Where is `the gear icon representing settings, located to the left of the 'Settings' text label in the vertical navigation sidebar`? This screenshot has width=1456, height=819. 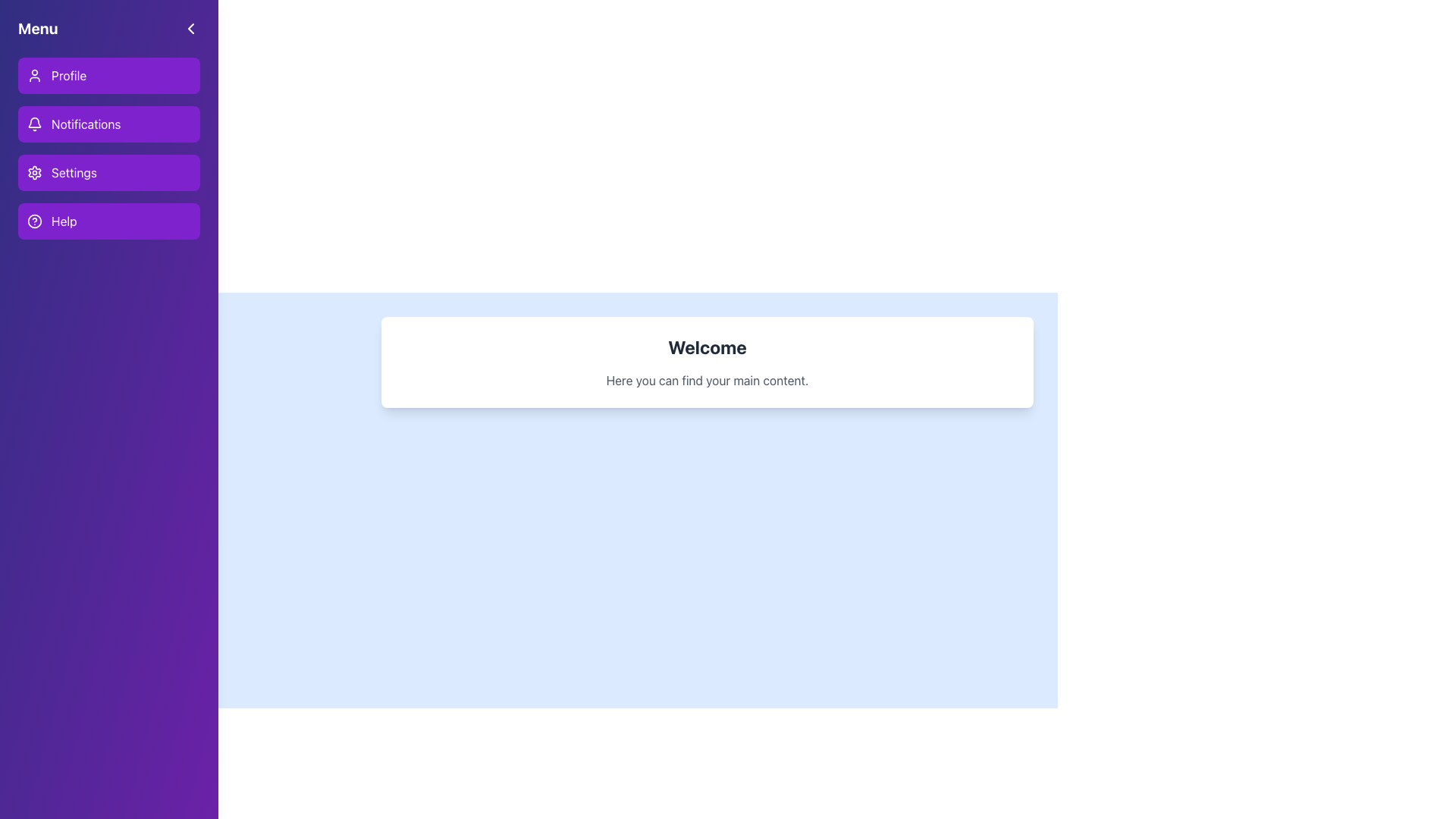
the gear icon representing settings, located to the left of the 'Settings' text label in the vertical navigation sidebar is located at coordinates (35, 171).